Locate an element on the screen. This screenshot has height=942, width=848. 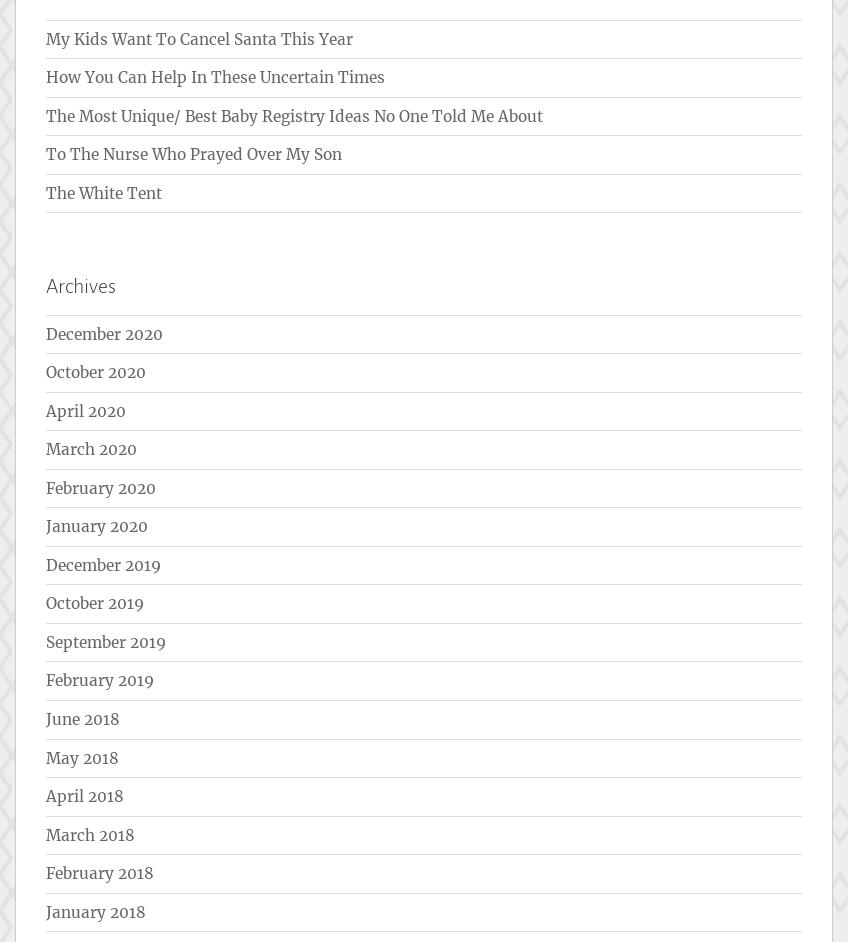
'April 2018' is located at coordinates (84, 796).